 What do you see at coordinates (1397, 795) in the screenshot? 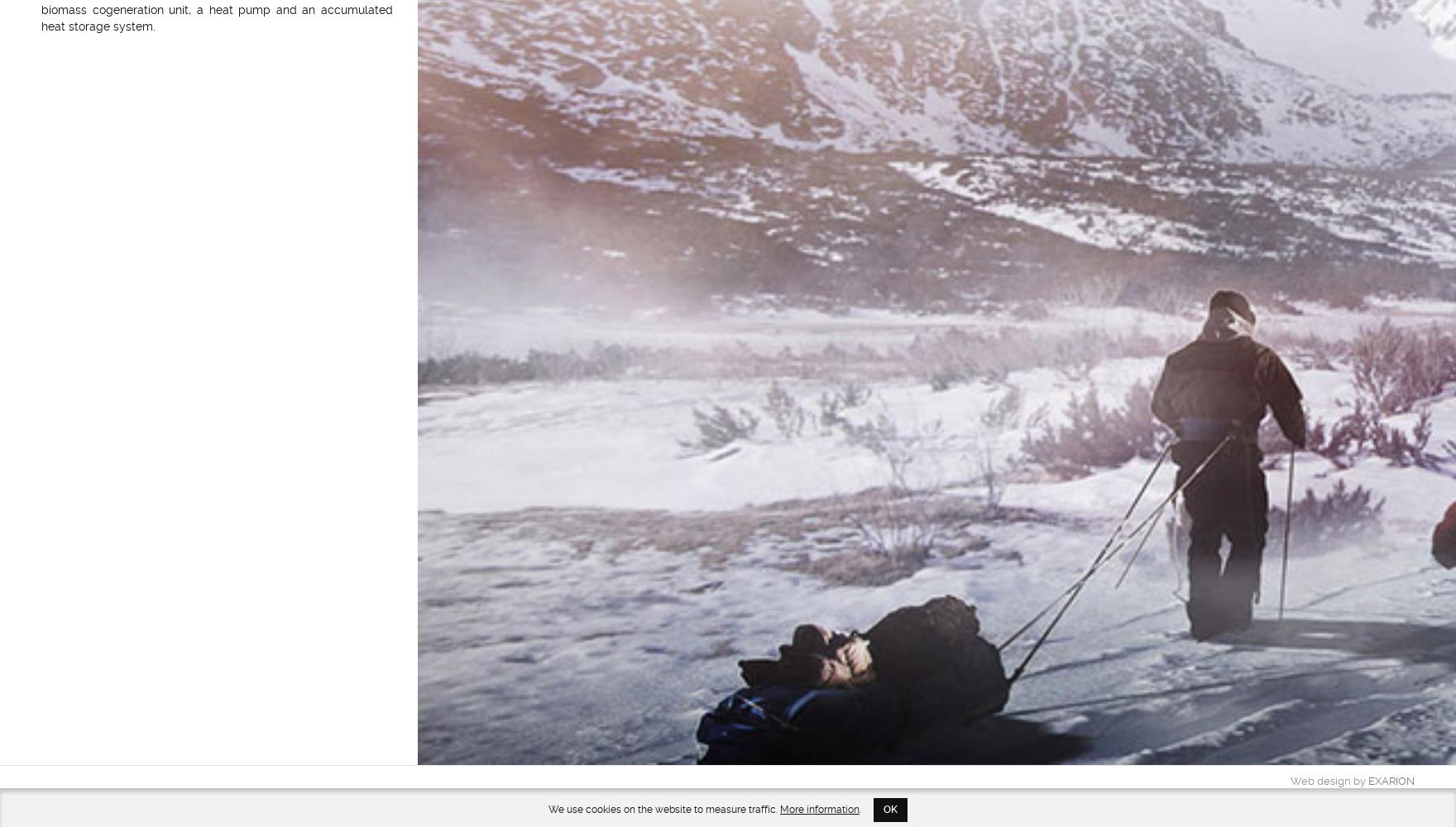
I see `'ŠINDA'` at bounding box center [1397, 795].